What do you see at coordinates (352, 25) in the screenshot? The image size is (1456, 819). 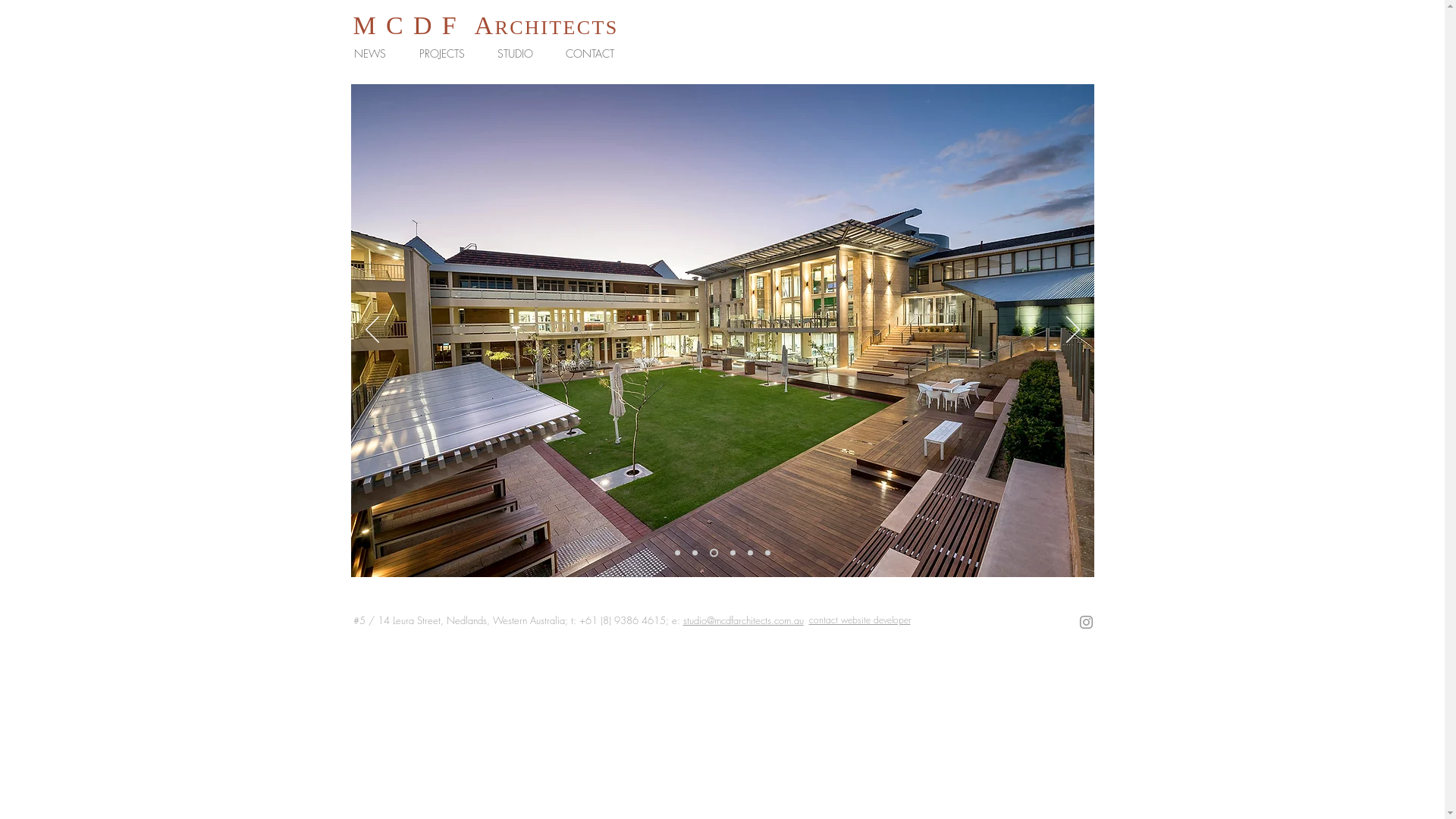 I see `'M C D F'` at bounding box center [352, 25].